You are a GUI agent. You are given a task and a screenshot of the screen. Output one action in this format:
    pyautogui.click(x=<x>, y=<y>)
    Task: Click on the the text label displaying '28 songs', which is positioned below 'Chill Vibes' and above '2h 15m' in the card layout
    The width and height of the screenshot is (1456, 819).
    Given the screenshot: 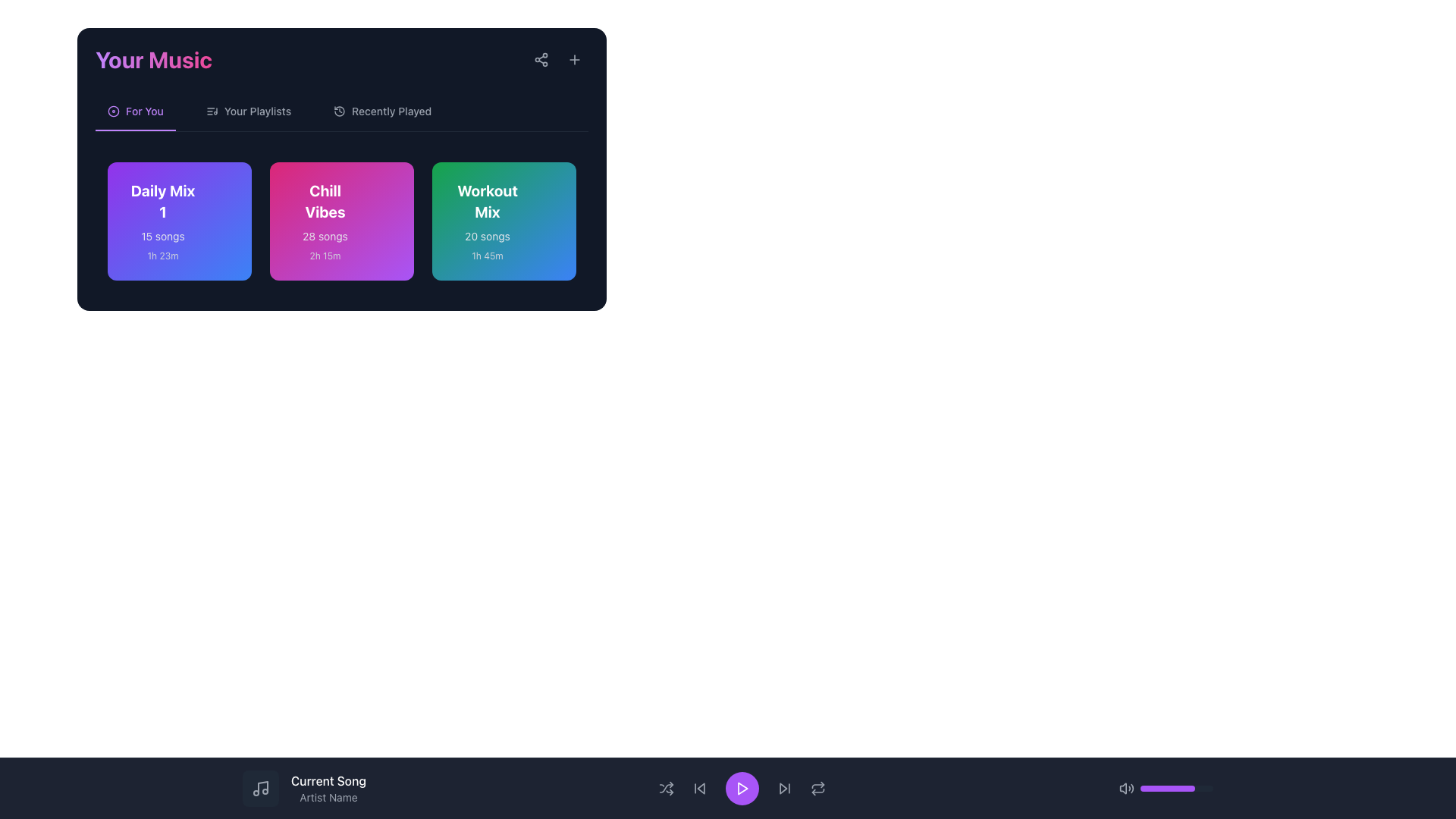 What is the action you would take?
    pyautogui.click(x=324, y=237)
    